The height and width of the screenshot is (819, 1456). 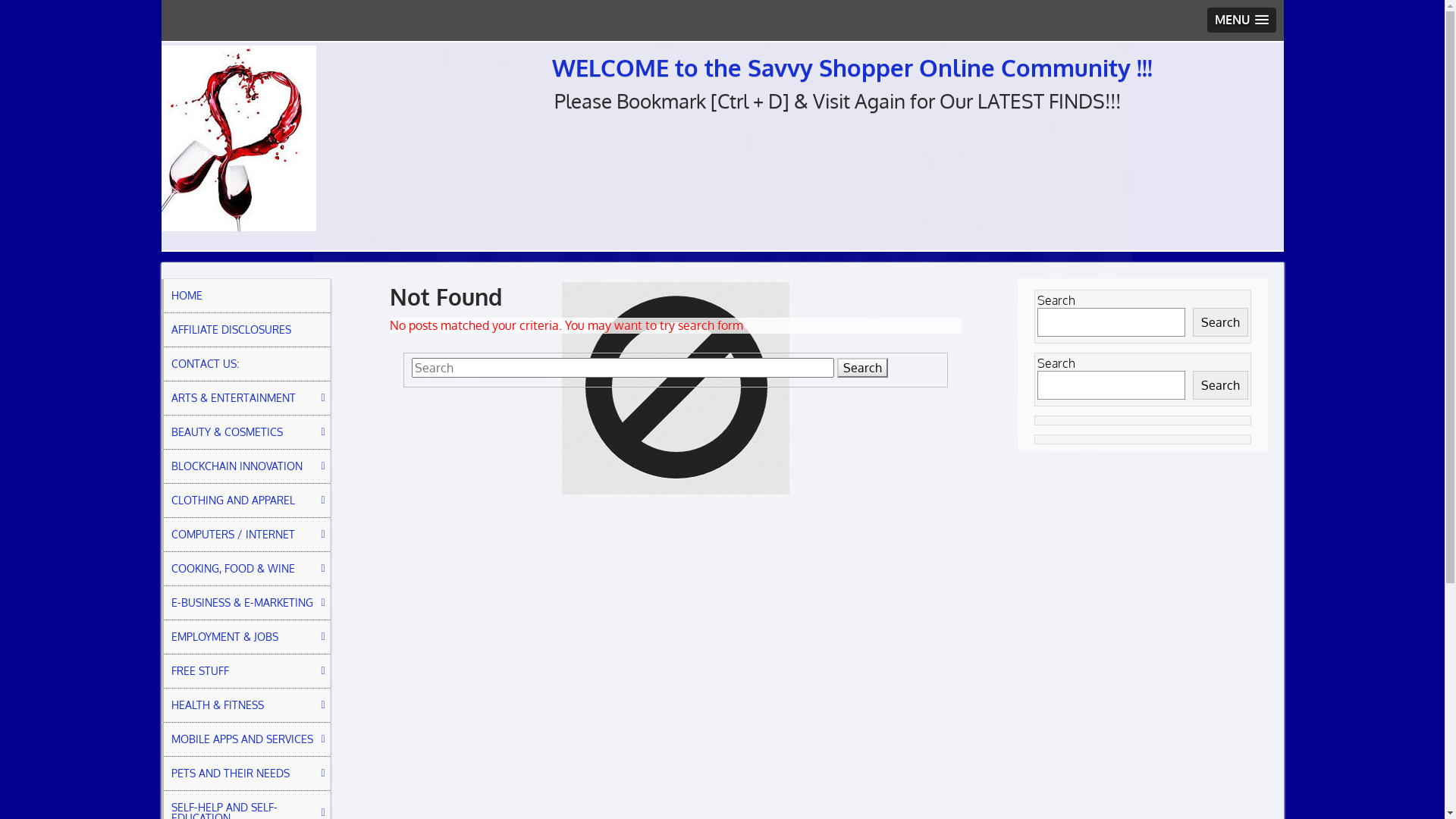 I want to click on 'HEALTH & FITNESS', so click(x=246, y=704).